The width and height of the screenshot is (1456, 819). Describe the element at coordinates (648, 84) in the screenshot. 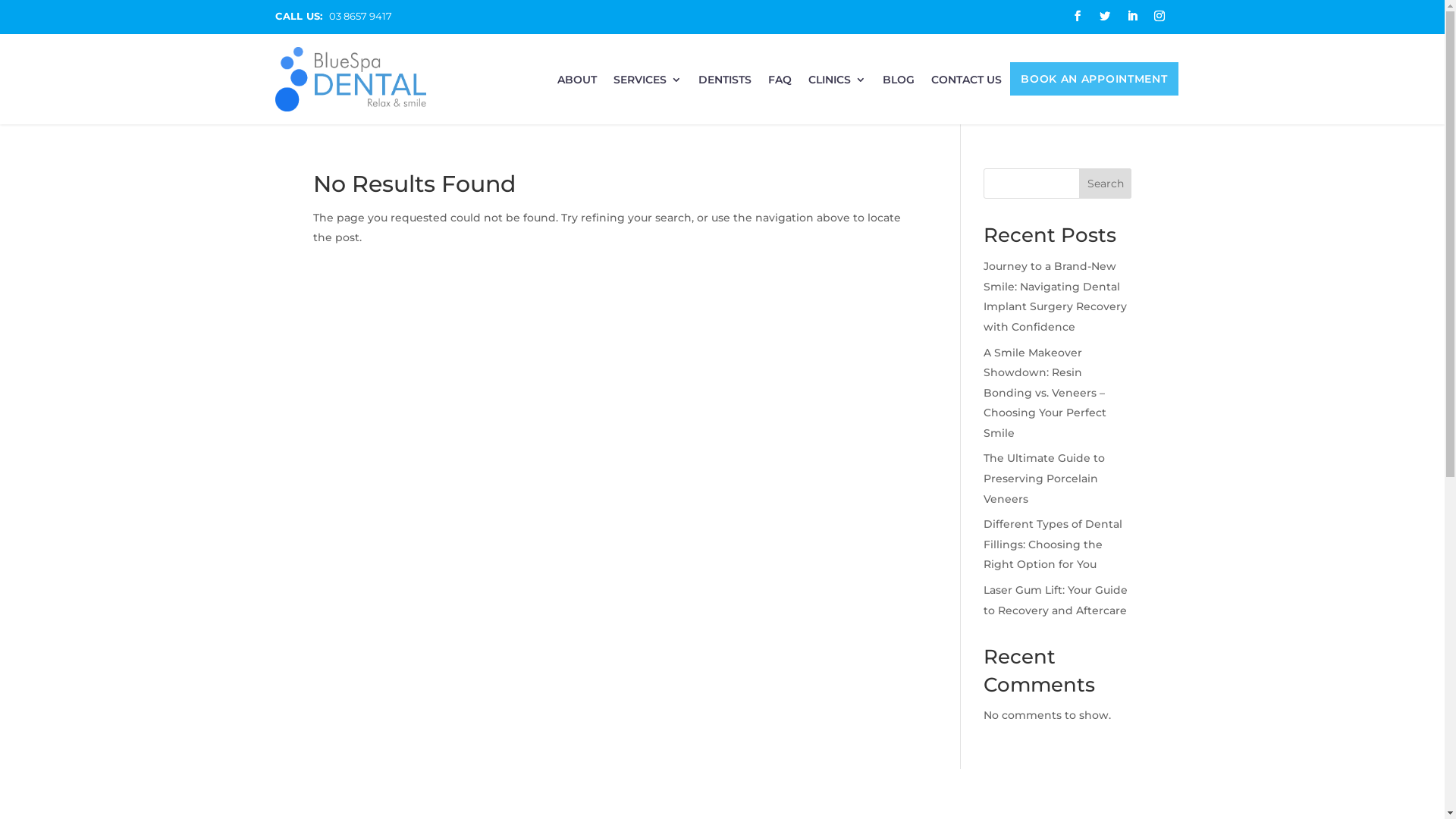

I see `'SERVICES'` at that location.